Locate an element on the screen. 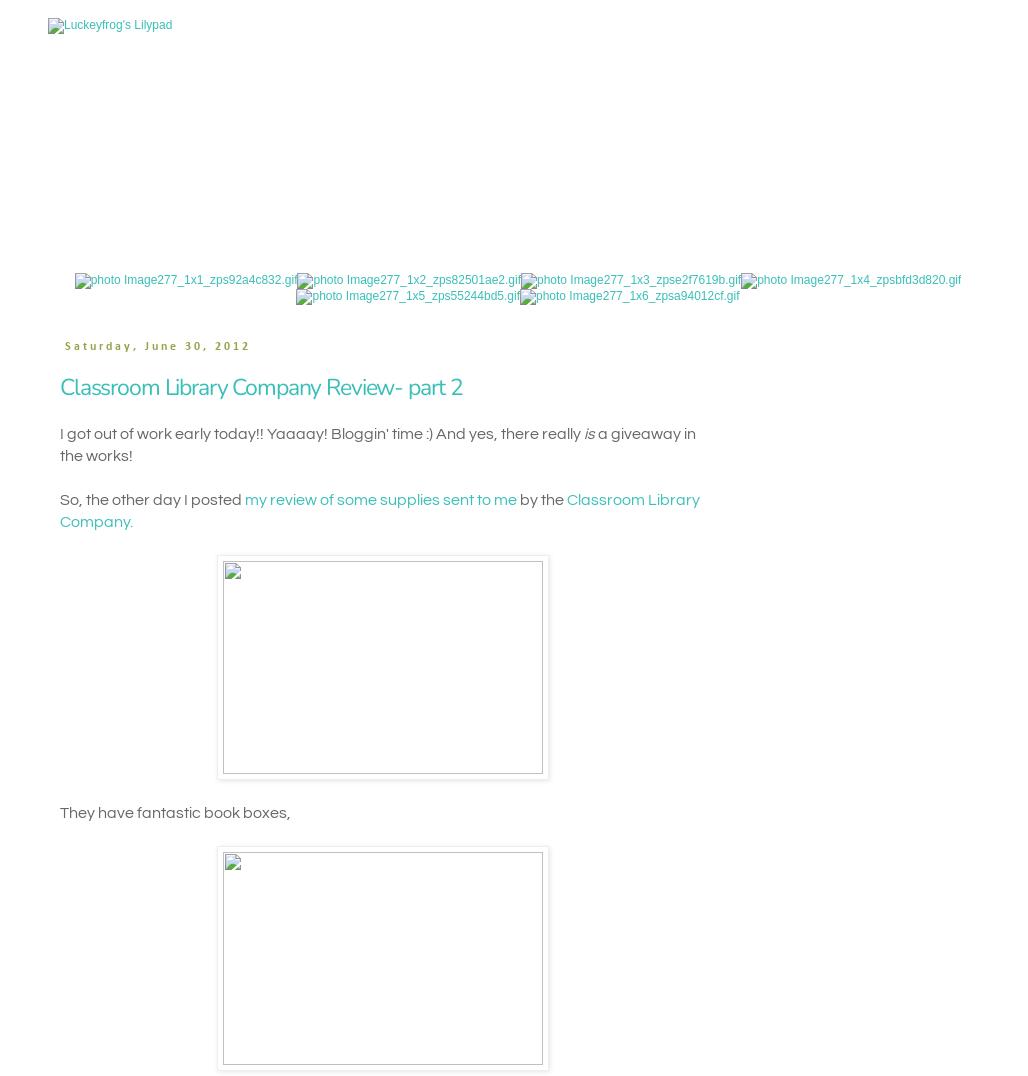 This screenshot has height=1076, width=1028. 'Classroom Library Company.' is located at coordinates (378, 510).